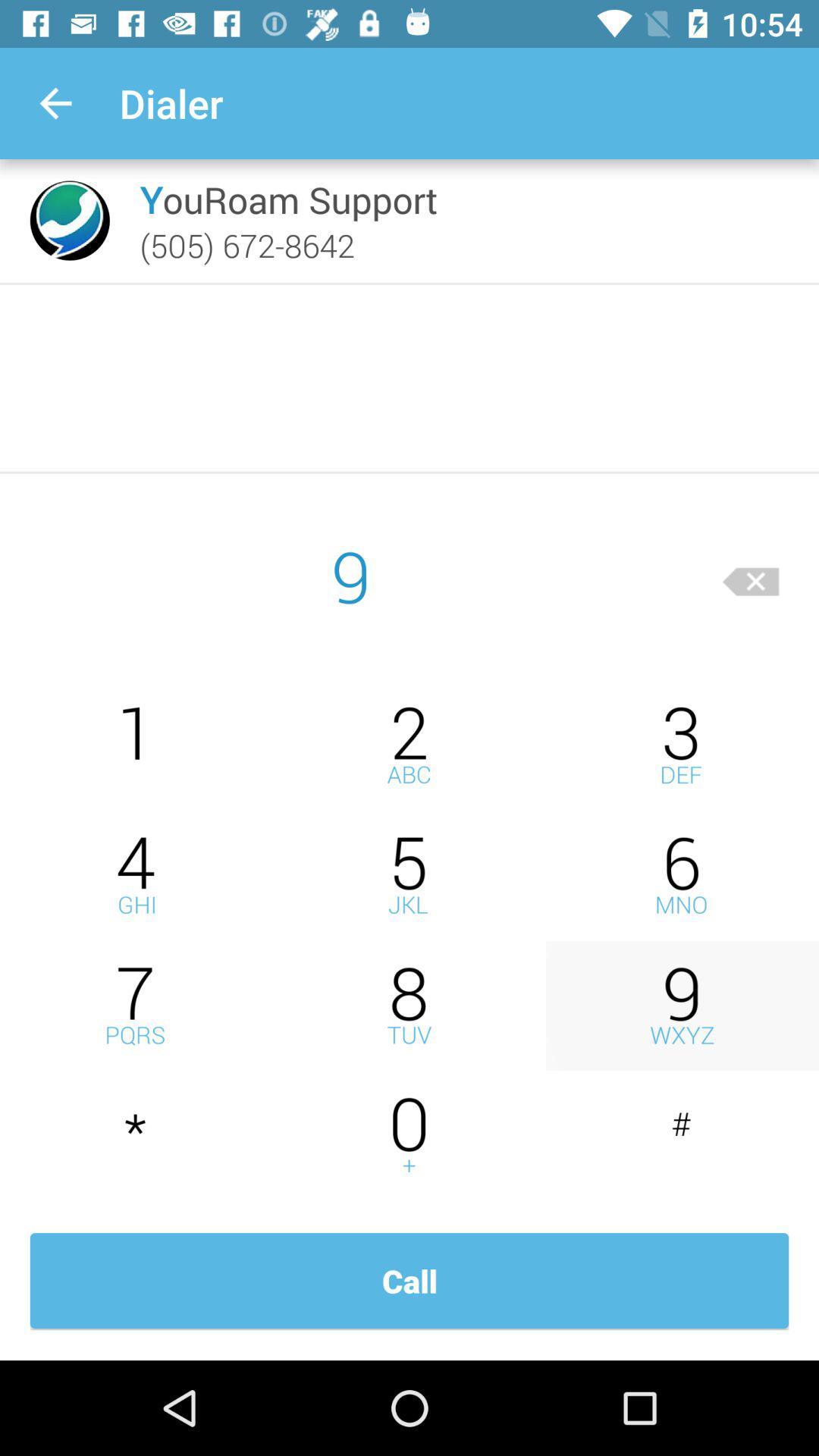 The height and width of the screenshot is (1456, 819). Describe the element at coordinates (681, 1136) in the screenshot. I see `shows the number option` at that location.